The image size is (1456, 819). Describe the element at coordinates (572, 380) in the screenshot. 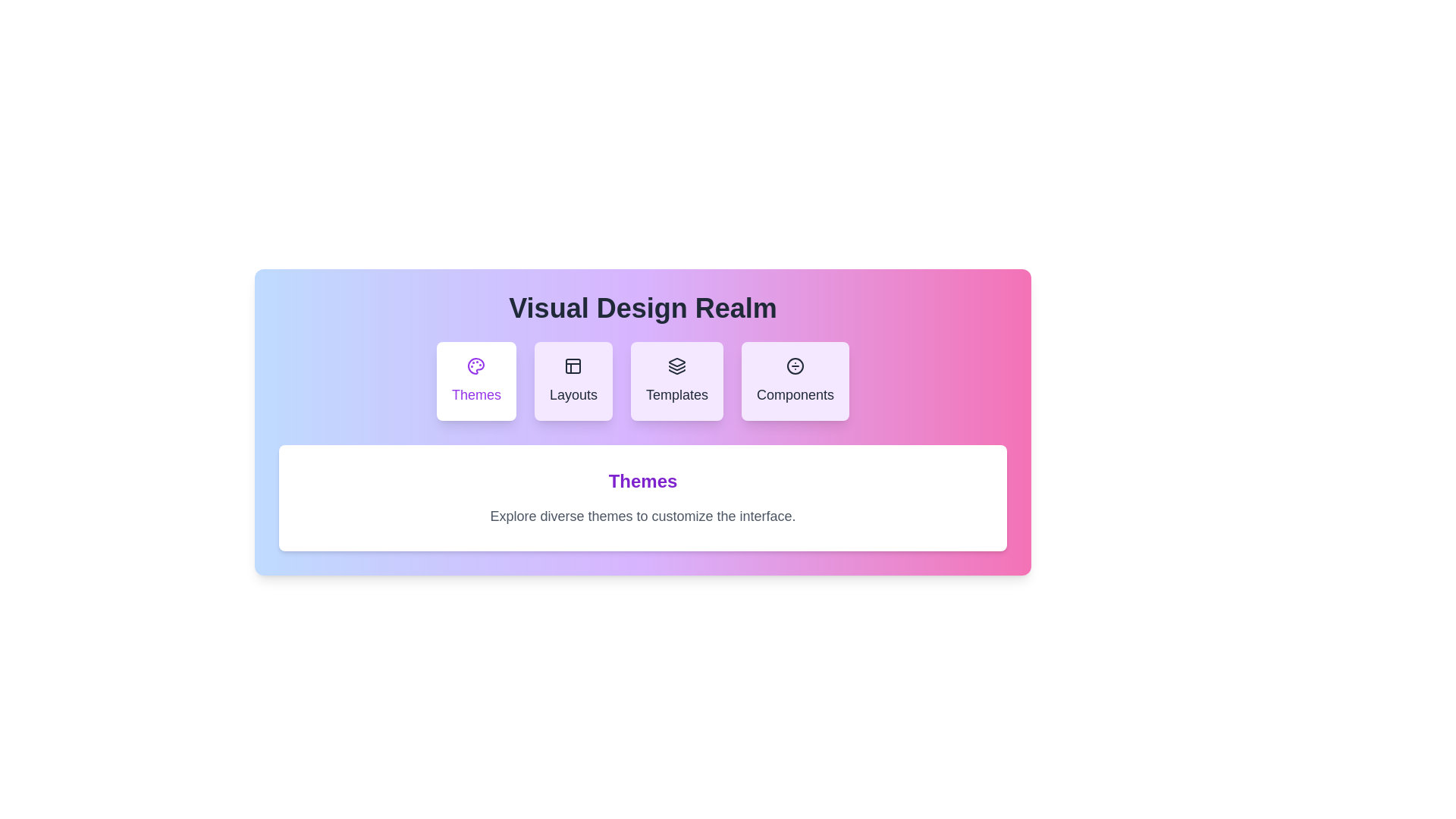

I see `the Layouts tab to change the active feature` at that location.